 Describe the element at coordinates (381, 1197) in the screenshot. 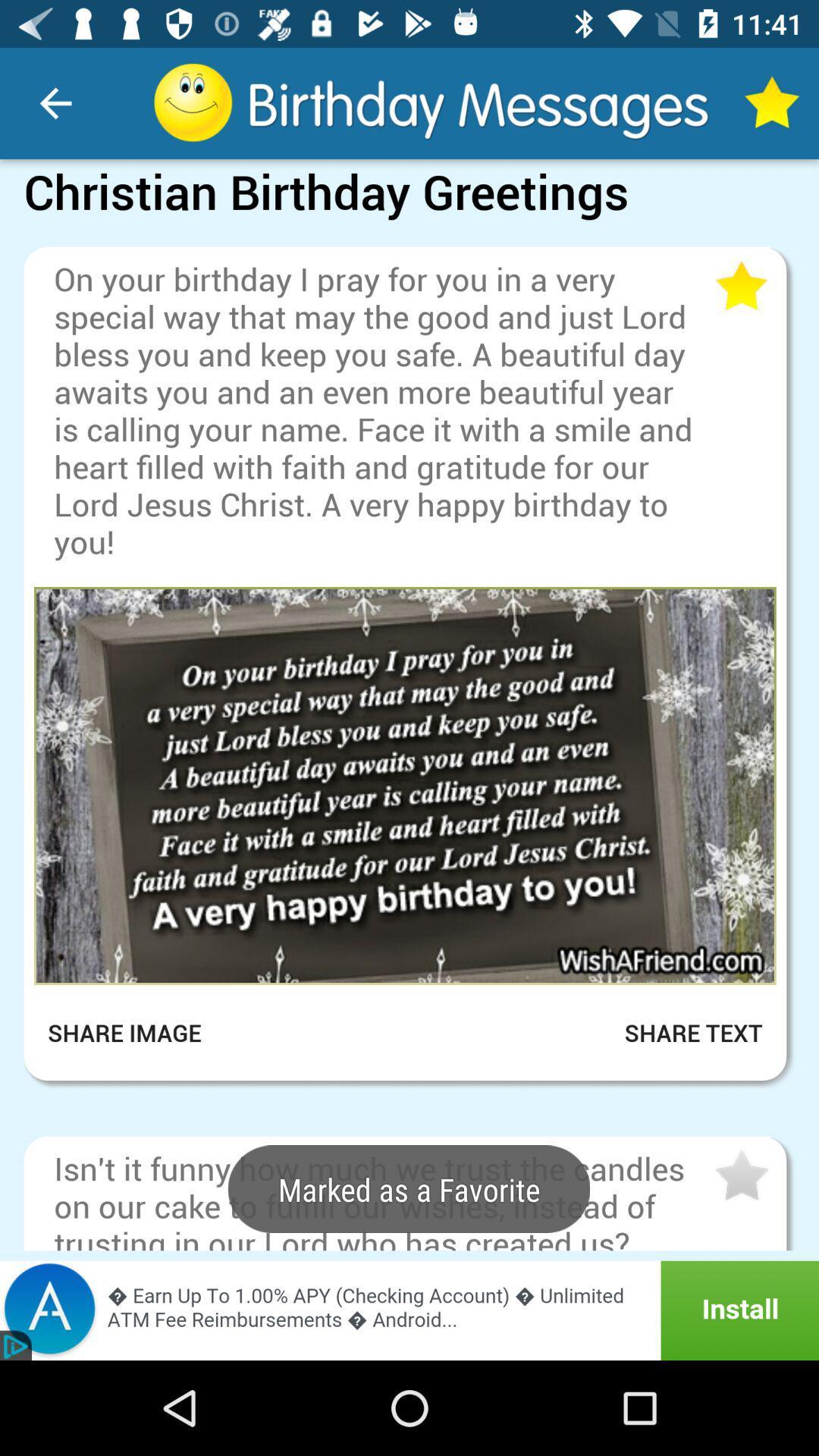

I see `isn t it icon` at that location.